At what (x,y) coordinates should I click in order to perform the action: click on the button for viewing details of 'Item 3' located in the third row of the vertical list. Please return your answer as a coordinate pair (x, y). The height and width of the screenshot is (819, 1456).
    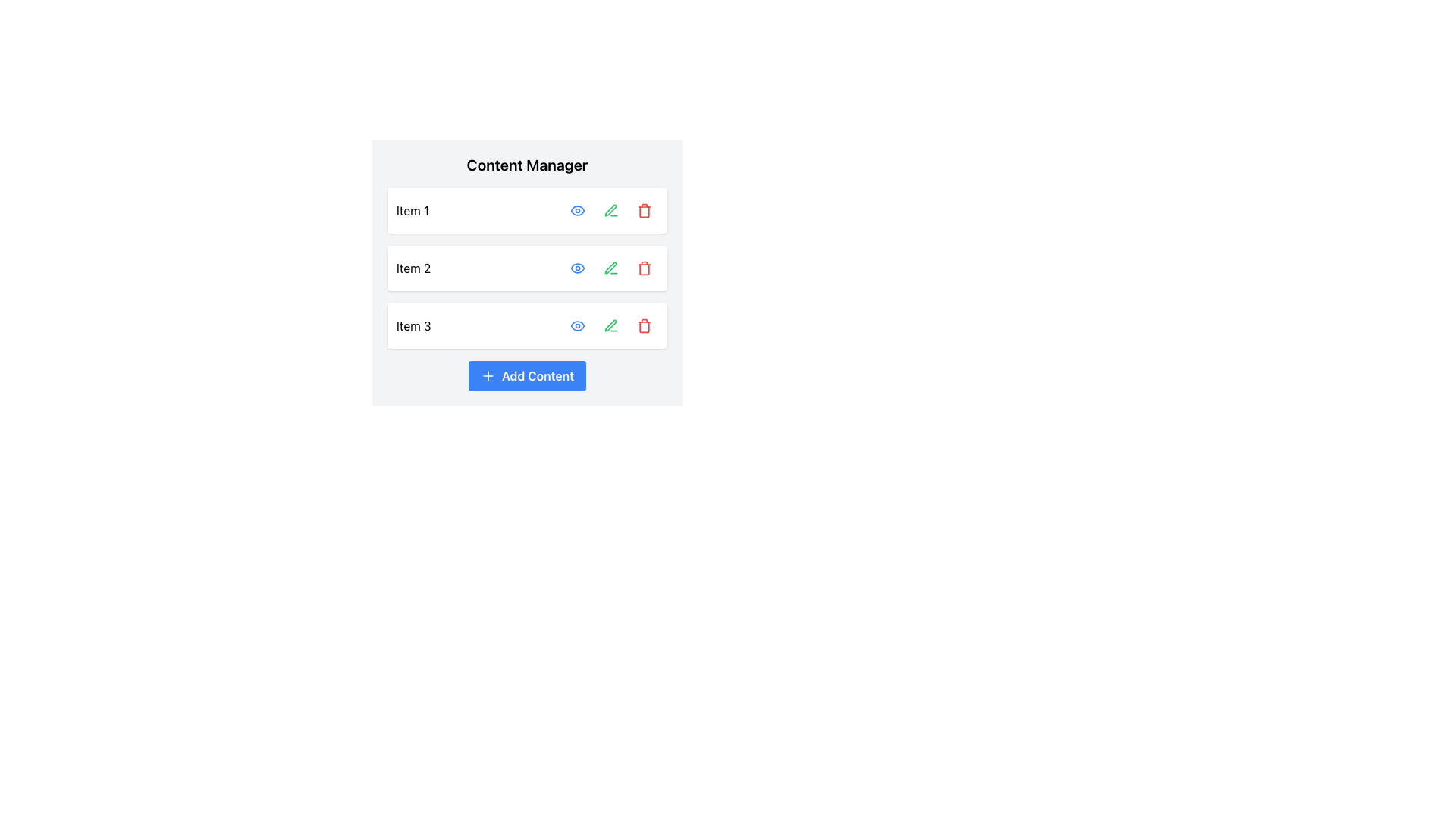
    Looking at the image, I should click on (577, 325).